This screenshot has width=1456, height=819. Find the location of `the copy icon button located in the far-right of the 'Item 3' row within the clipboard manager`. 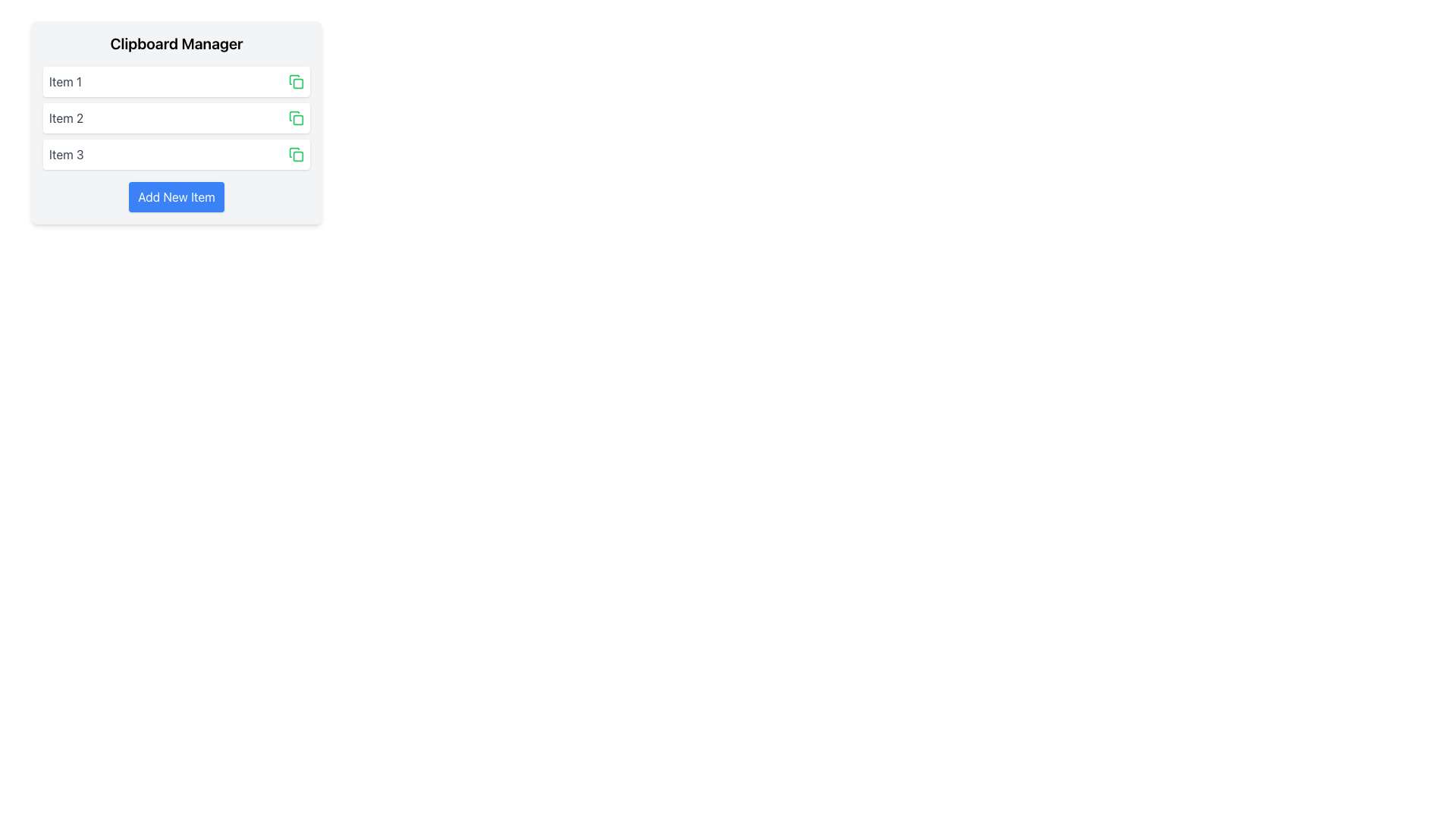

the copy icon button located in the far-right of the 'Item 3' row within the clipboard manager is located at coordinates (296, 155).